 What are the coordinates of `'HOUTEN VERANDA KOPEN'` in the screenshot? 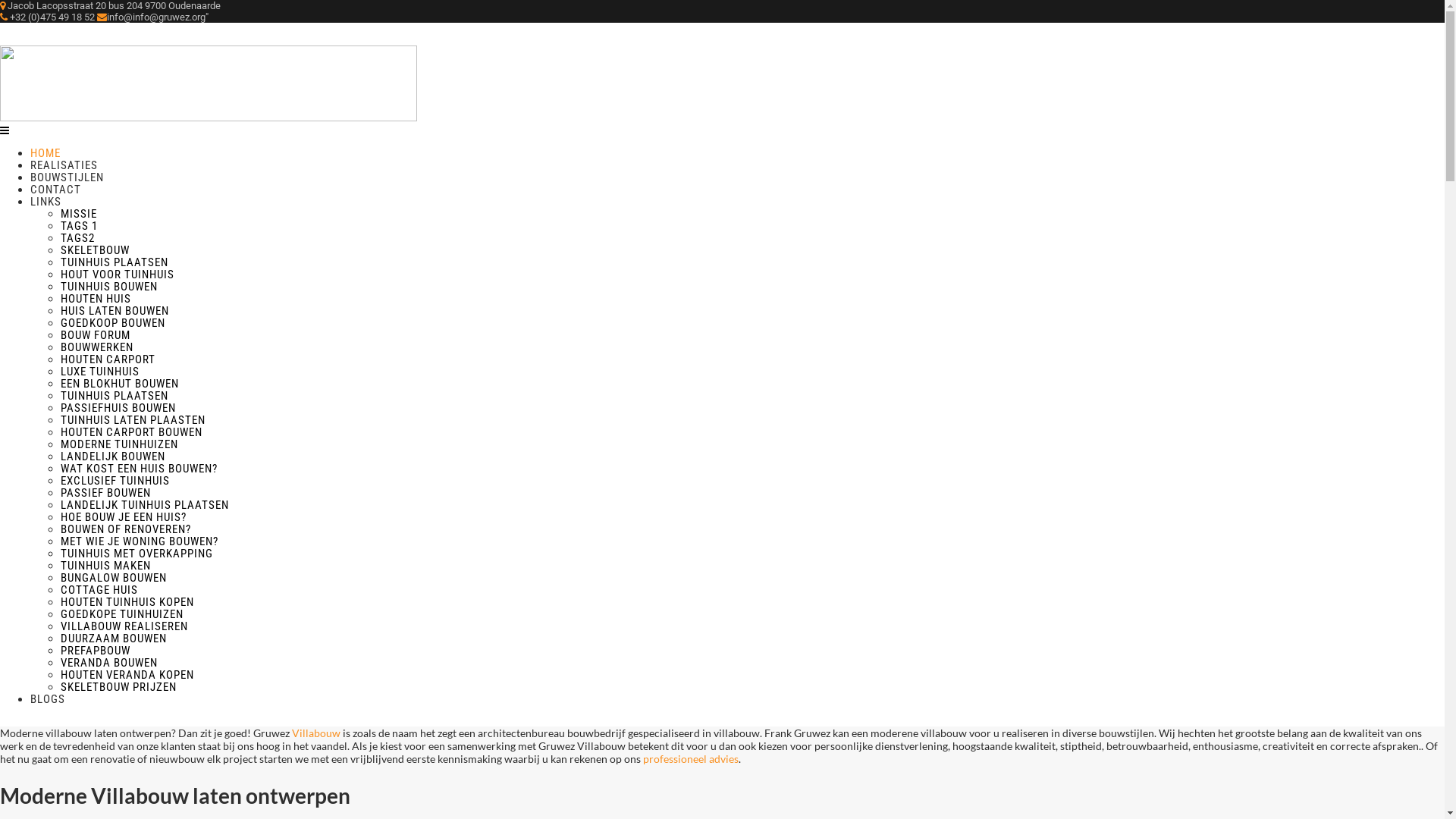 It's located at (127, 674).